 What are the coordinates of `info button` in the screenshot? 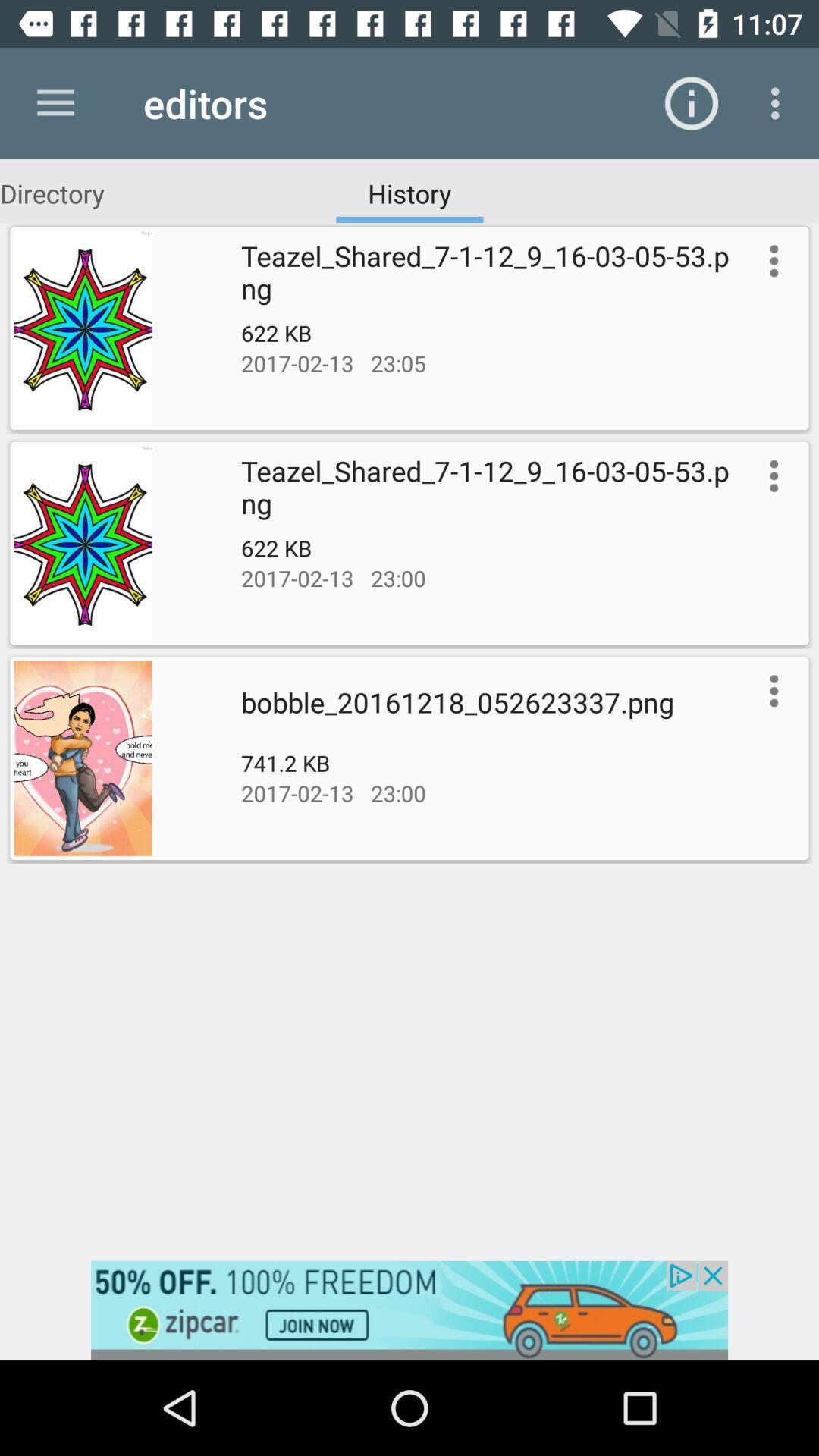 It's located at (770, 475).